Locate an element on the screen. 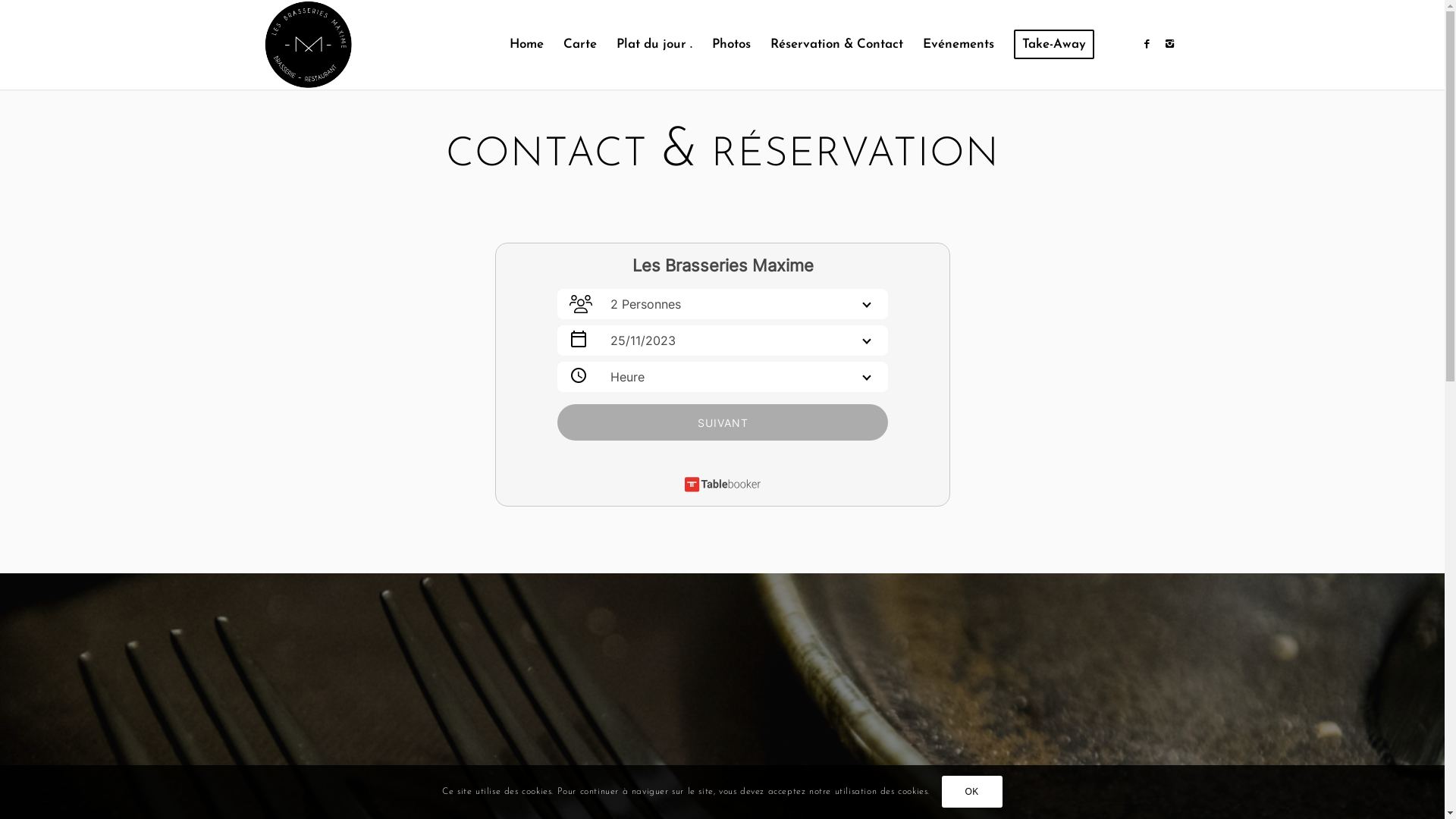 The image size is (1456, 819). 'Photos' is located at coordinates (731, 43).